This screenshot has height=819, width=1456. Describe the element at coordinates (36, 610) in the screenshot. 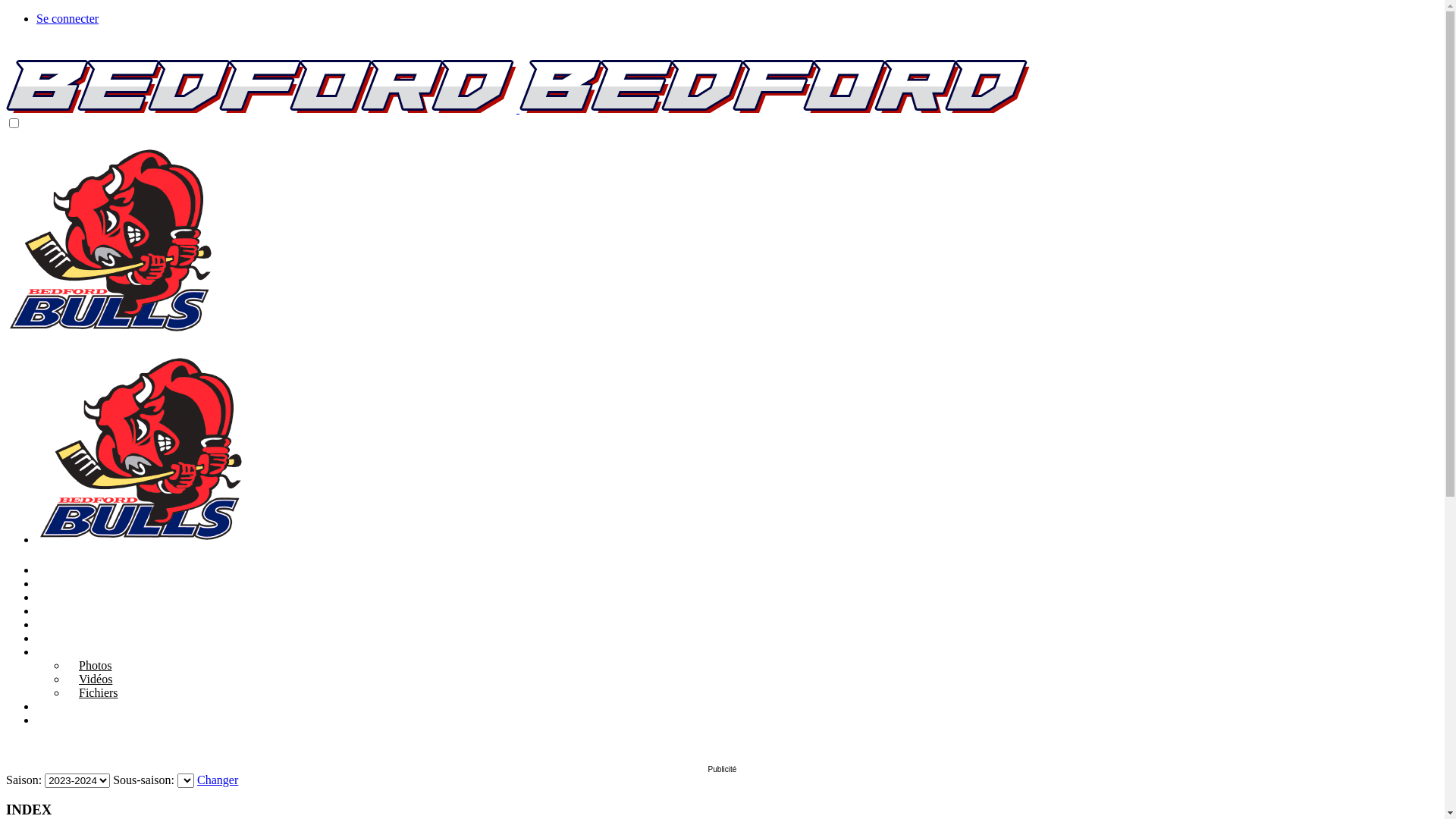

I see `'Tournoi Junior Allan Arless'` at that location.